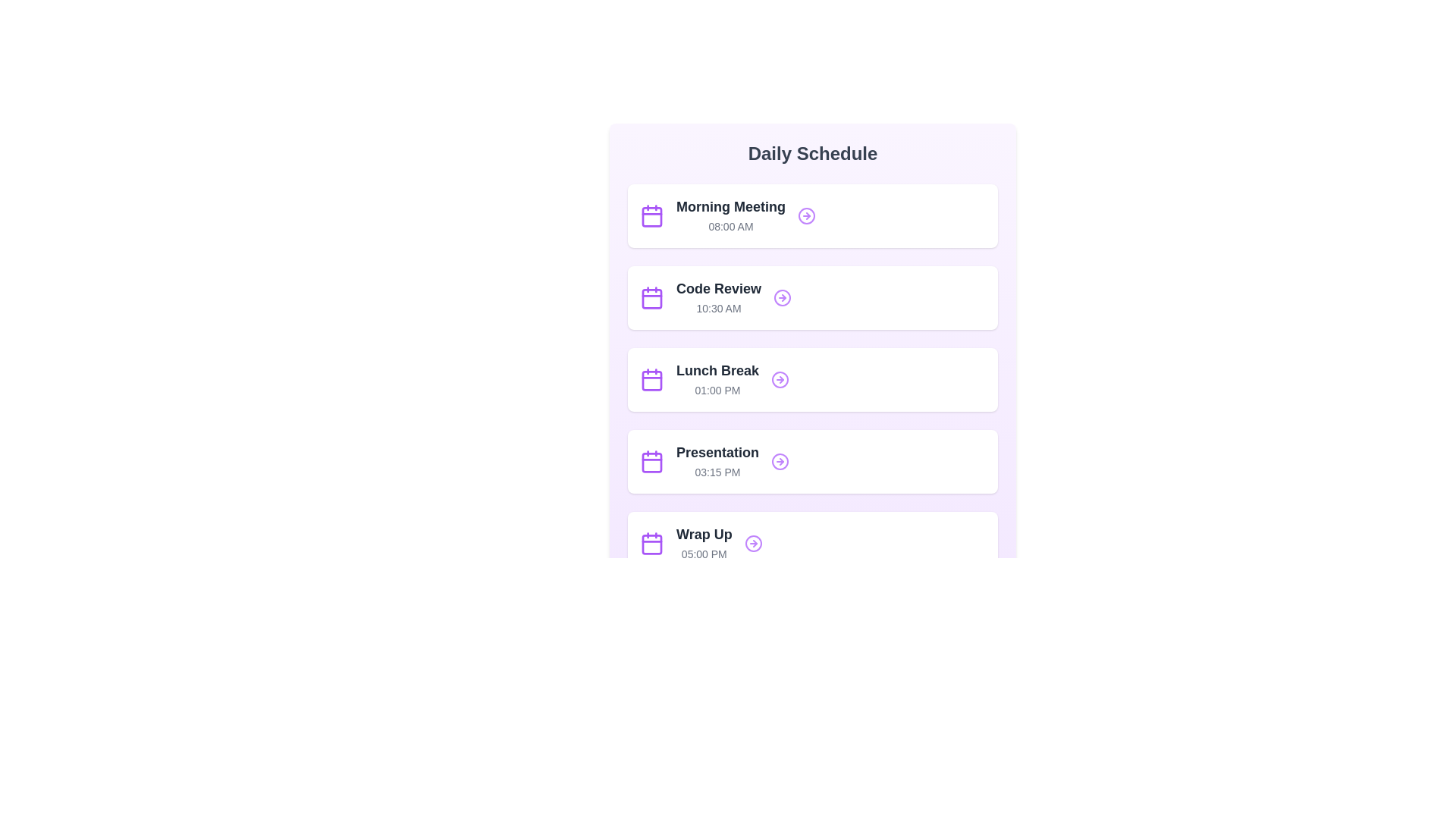 The image size is (1456, 819). I want to click on the 'Presentation' card, which is the fourth item in a vertical list of schedule entries, so click(811, 461).